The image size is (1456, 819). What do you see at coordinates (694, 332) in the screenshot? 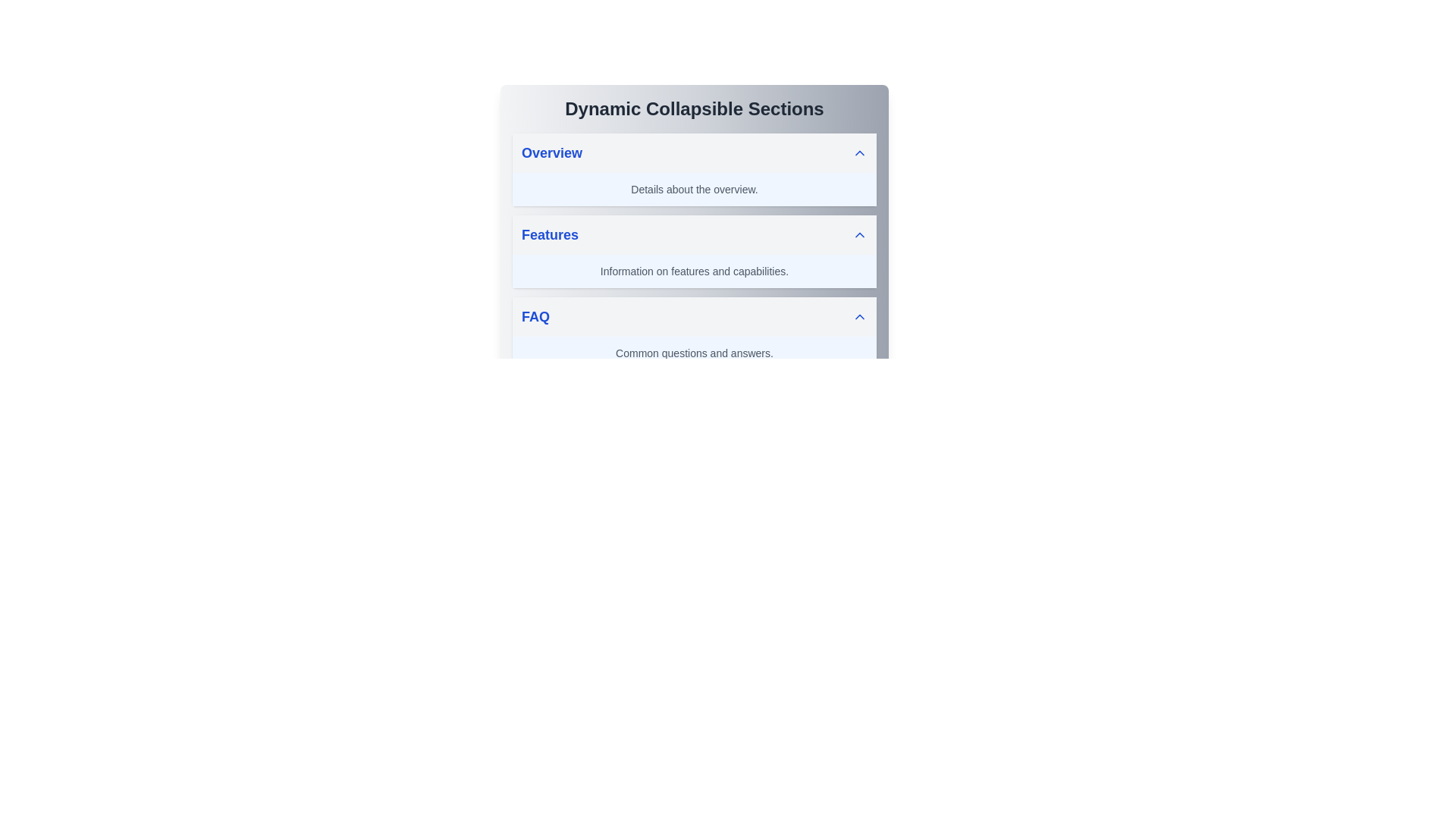
I see `the third collapsible section labeled 'FAQ' with an upward-pointing arrow icon using the keyboard` at bounding box center [694, 332].